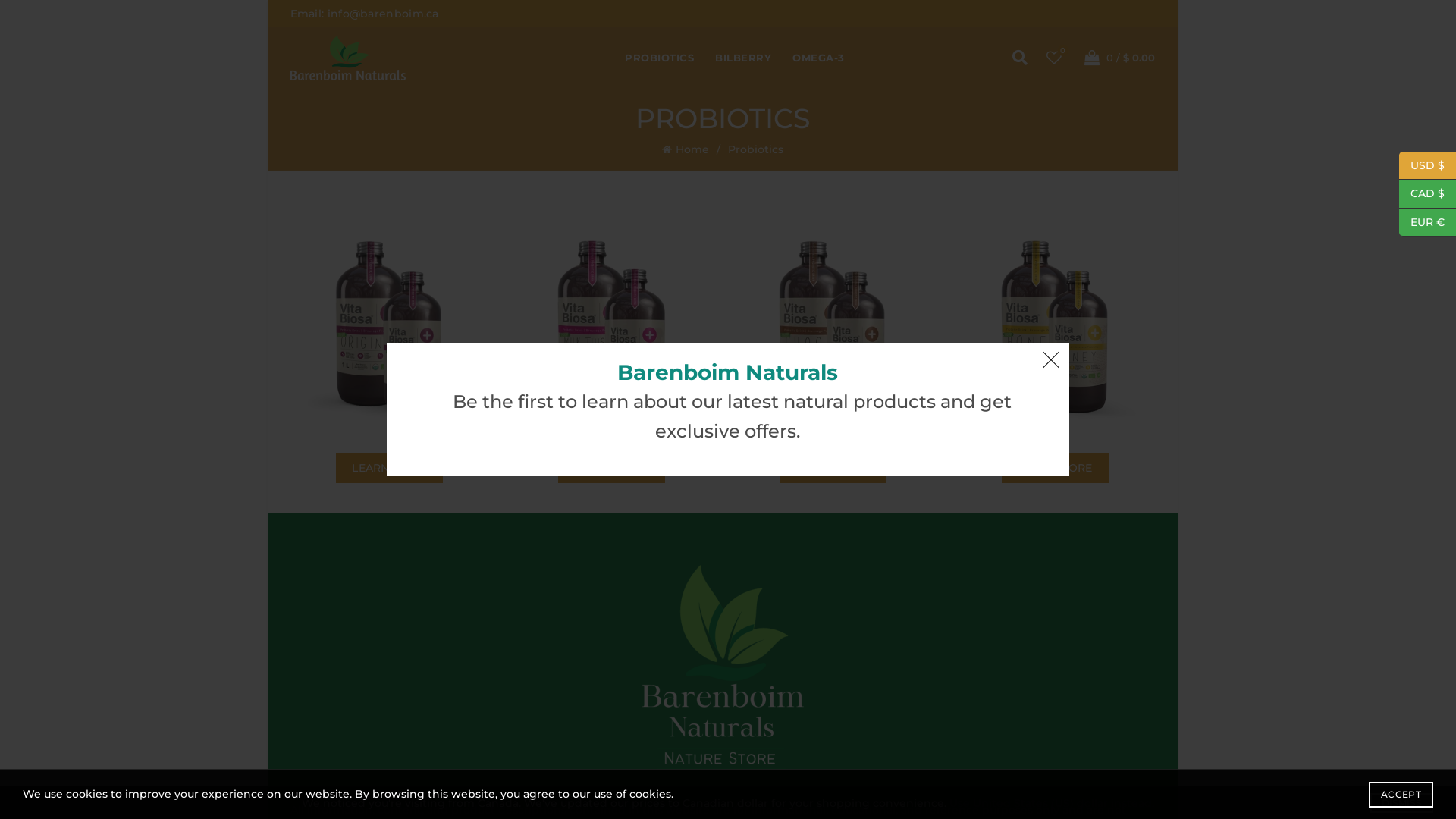  What do you see at coordinates (783, 57) in the screenshot?
I see `'OMEGA-3'` at bounding box center [783, 57].